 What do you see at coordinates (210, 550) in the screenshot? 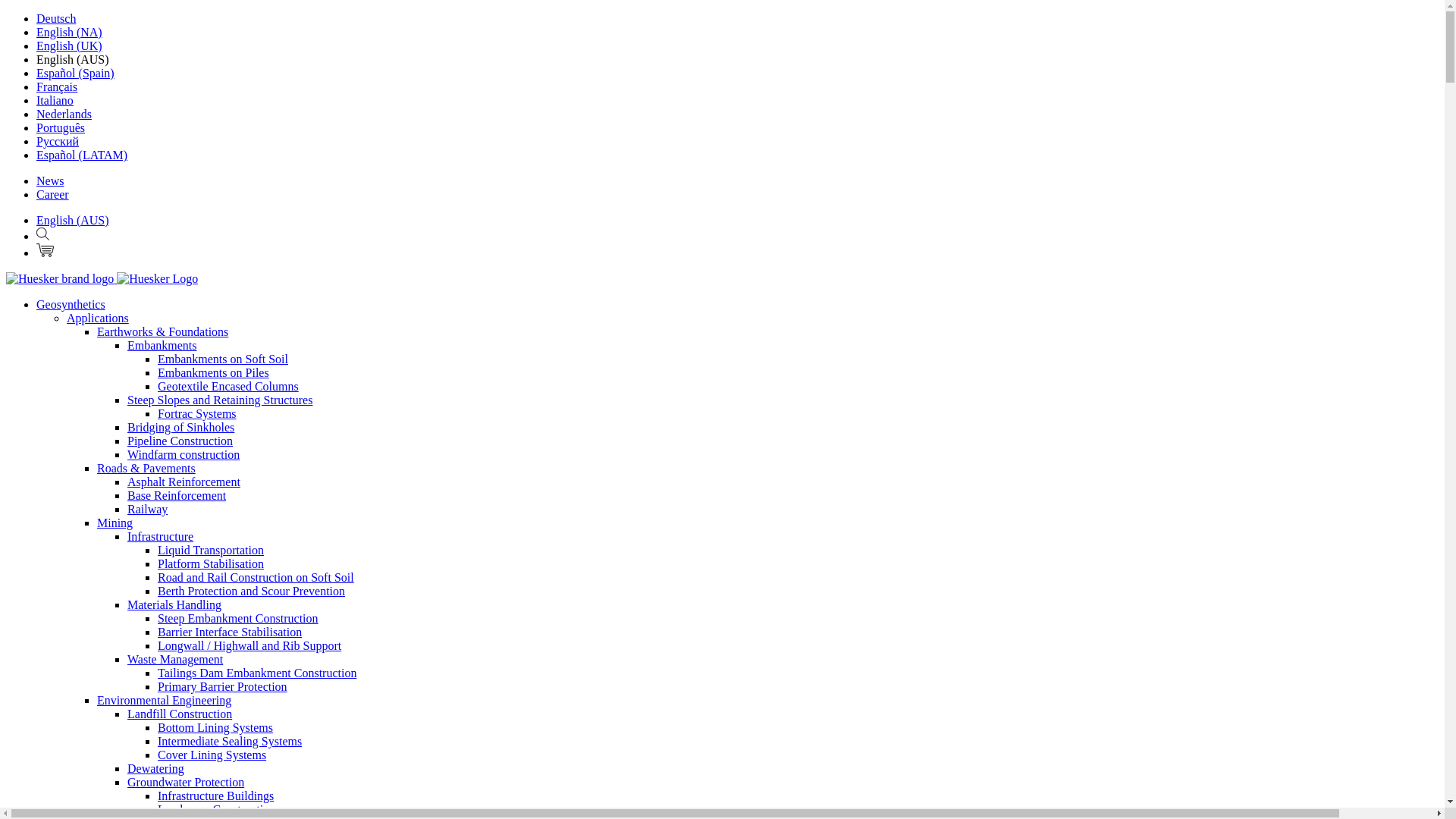
I see `'Liquid Transportation'` at bounding box center [210, 550].